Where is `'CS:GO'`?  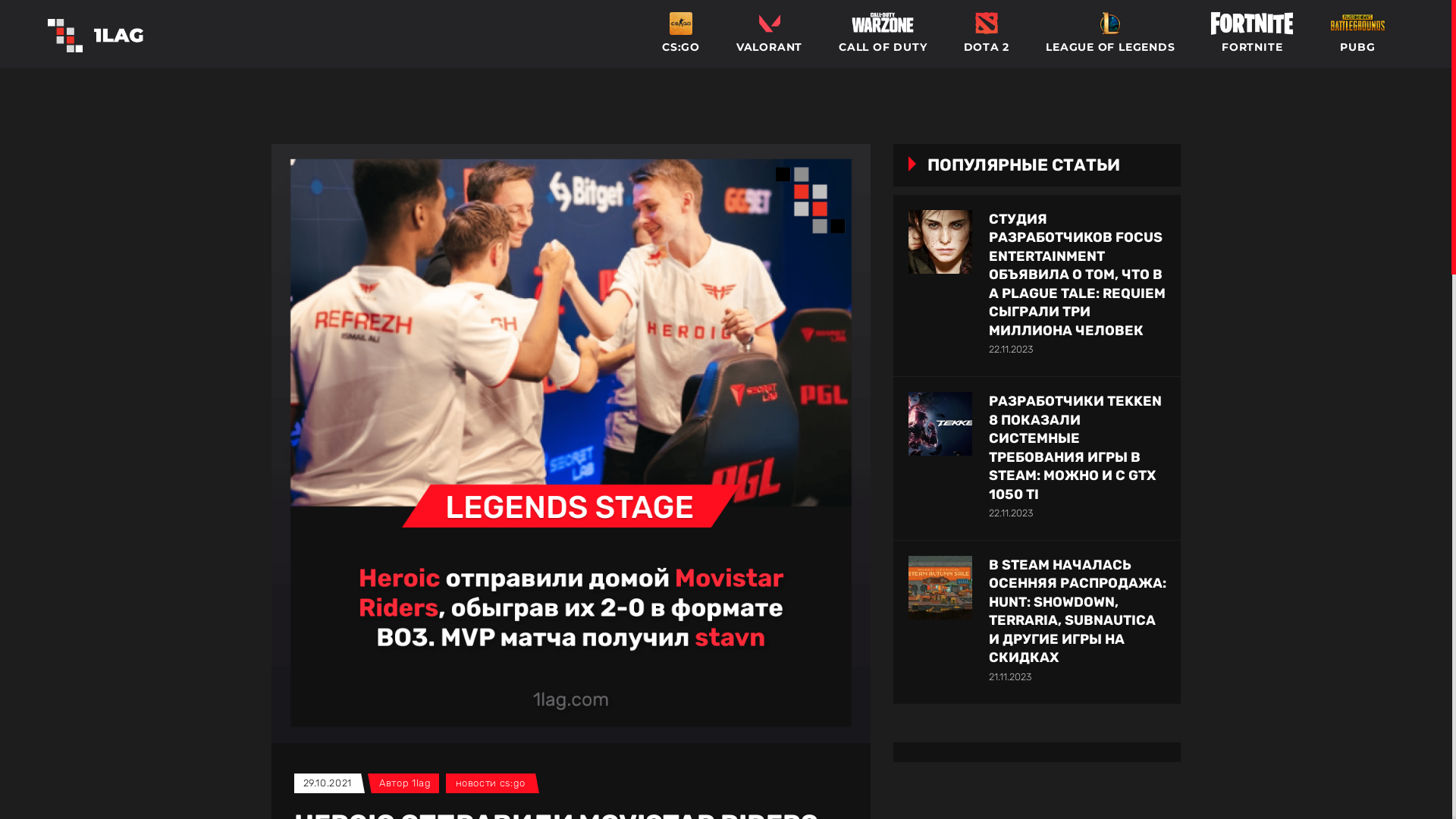
'CS:GO' is located at coordinates (679, 34).